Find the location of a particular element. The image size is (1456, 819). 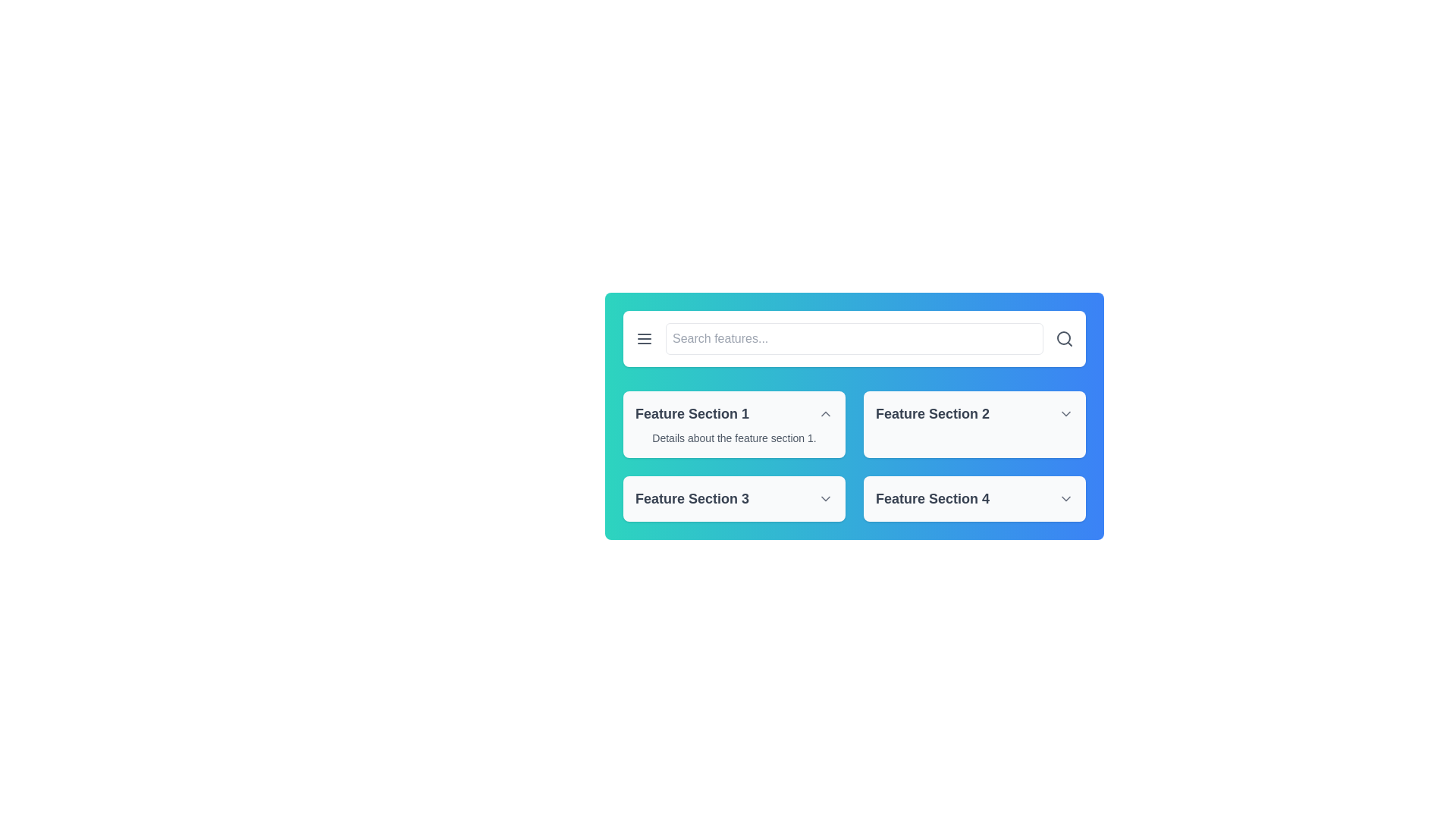

the Dropdown header labeled 'Feature Section 4' is located at coordinates (974, 499).